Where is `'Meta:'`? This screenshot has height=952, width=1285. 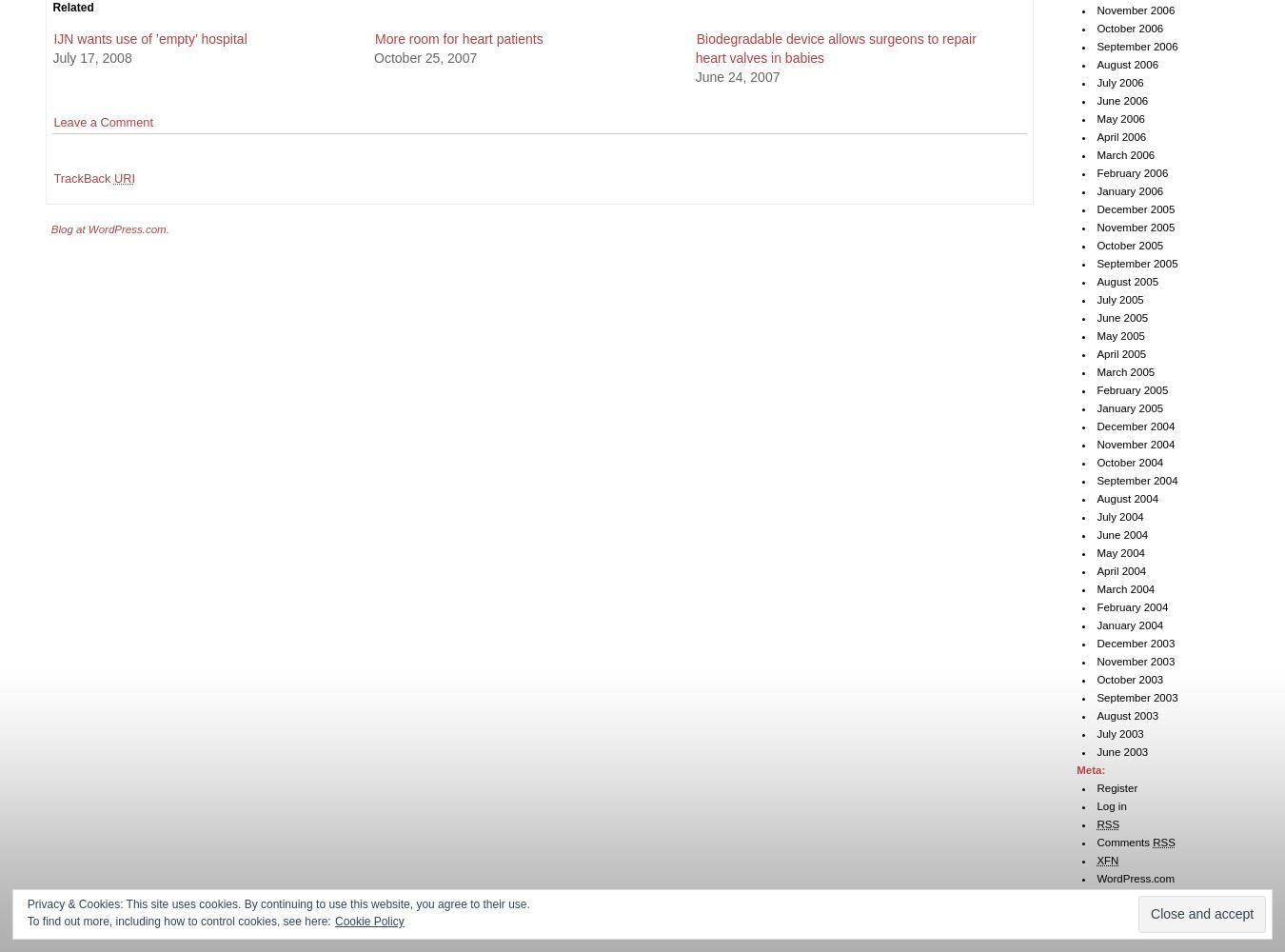 'Meta:' is located at coordinates (1090, 770).